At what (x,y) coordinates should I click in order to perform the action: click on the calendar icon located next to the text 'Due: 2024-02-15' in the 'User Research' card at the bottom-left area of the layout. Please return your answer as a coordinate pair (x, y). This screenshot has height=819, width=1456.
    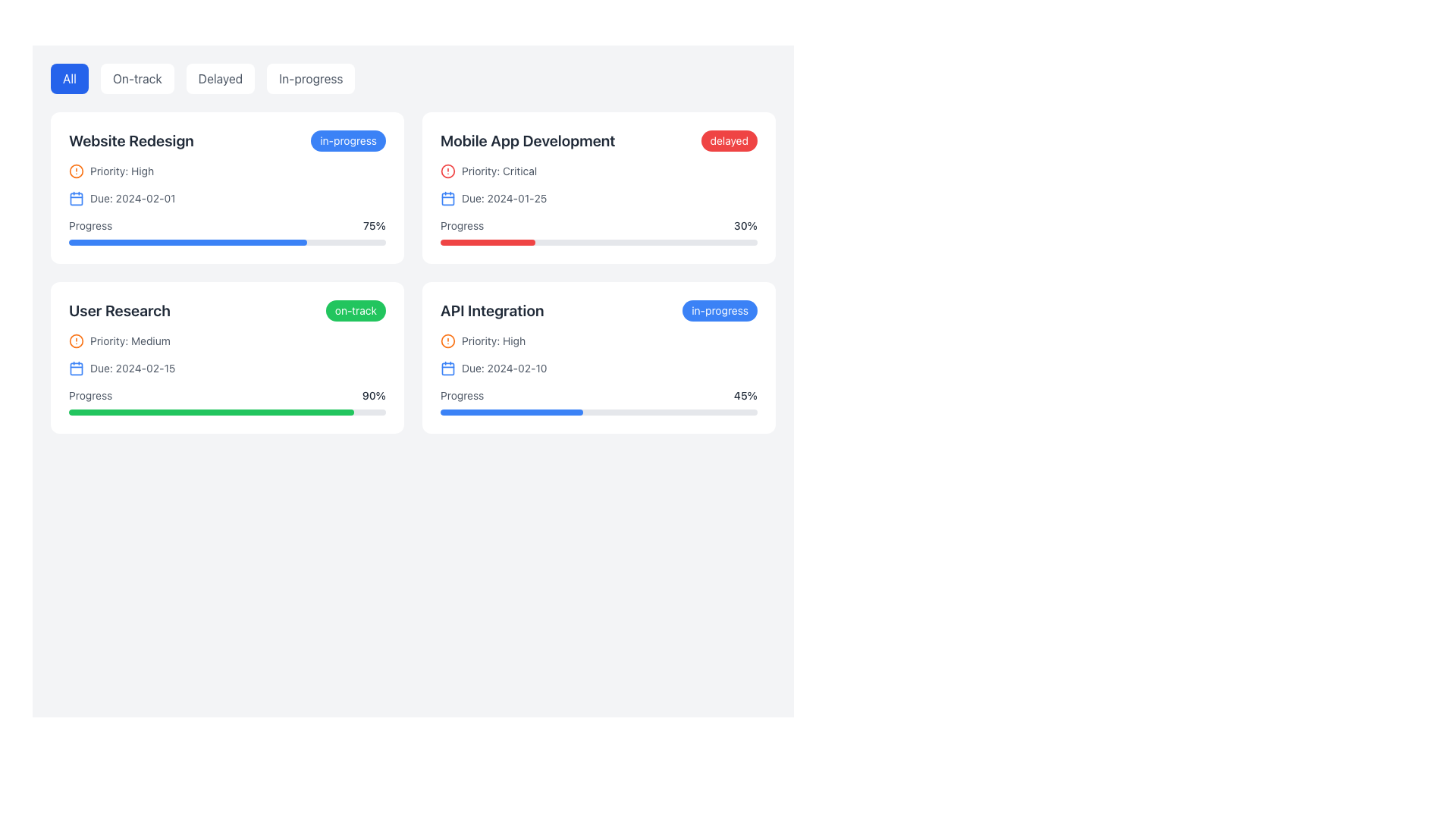
    Looking at the image, I should click on (75, 369).